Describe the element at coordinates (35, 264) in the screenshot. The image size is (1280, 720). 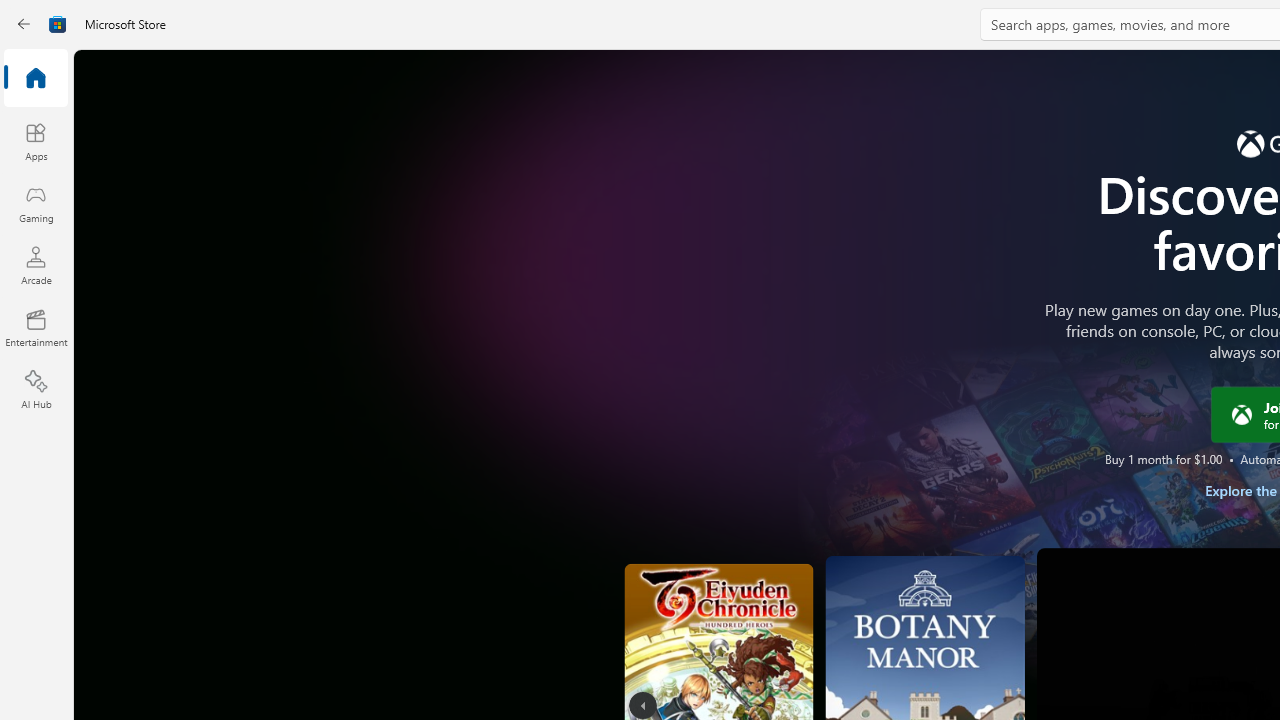
I see `'Arcade'` at that location.